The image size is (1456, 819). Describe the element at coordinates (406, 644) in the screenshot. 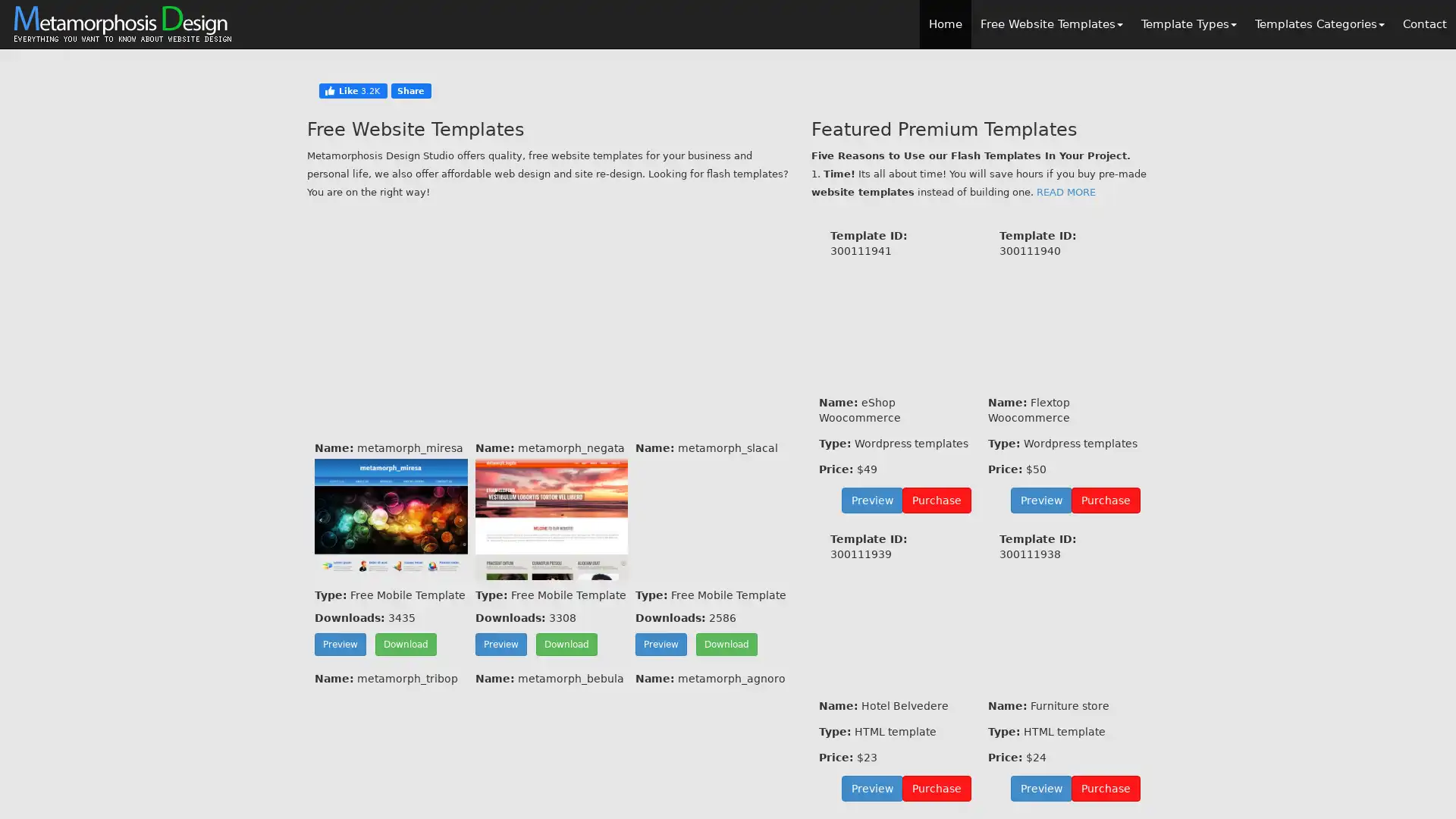

I see `Download` at that location.